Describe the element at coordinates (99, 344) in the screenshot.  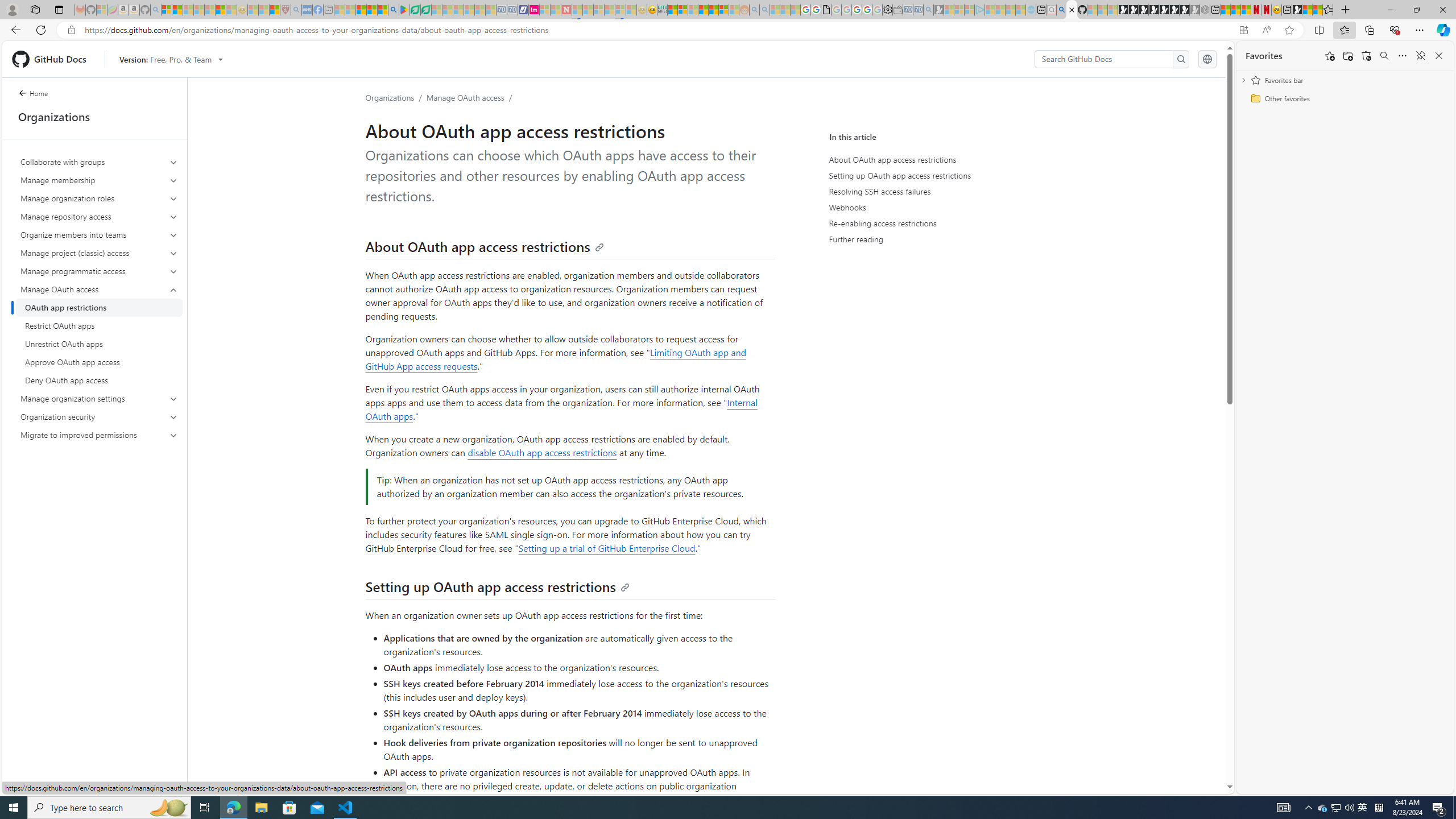
I see `'Unrestrict OAuth apps'` at that location.